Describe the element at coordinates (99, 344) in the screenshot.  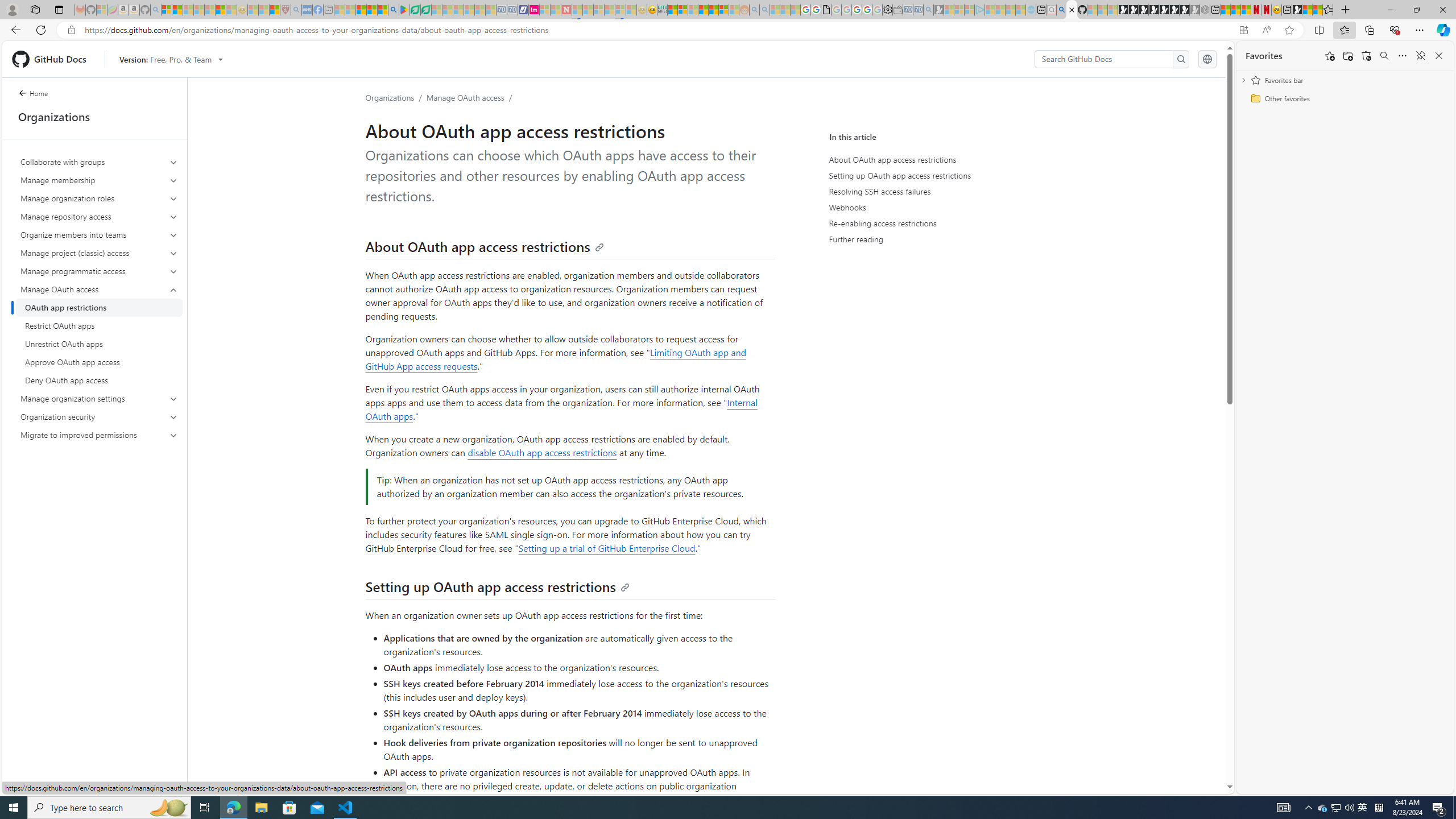
I see `'Unrestrict OAuth apps'` at that location.